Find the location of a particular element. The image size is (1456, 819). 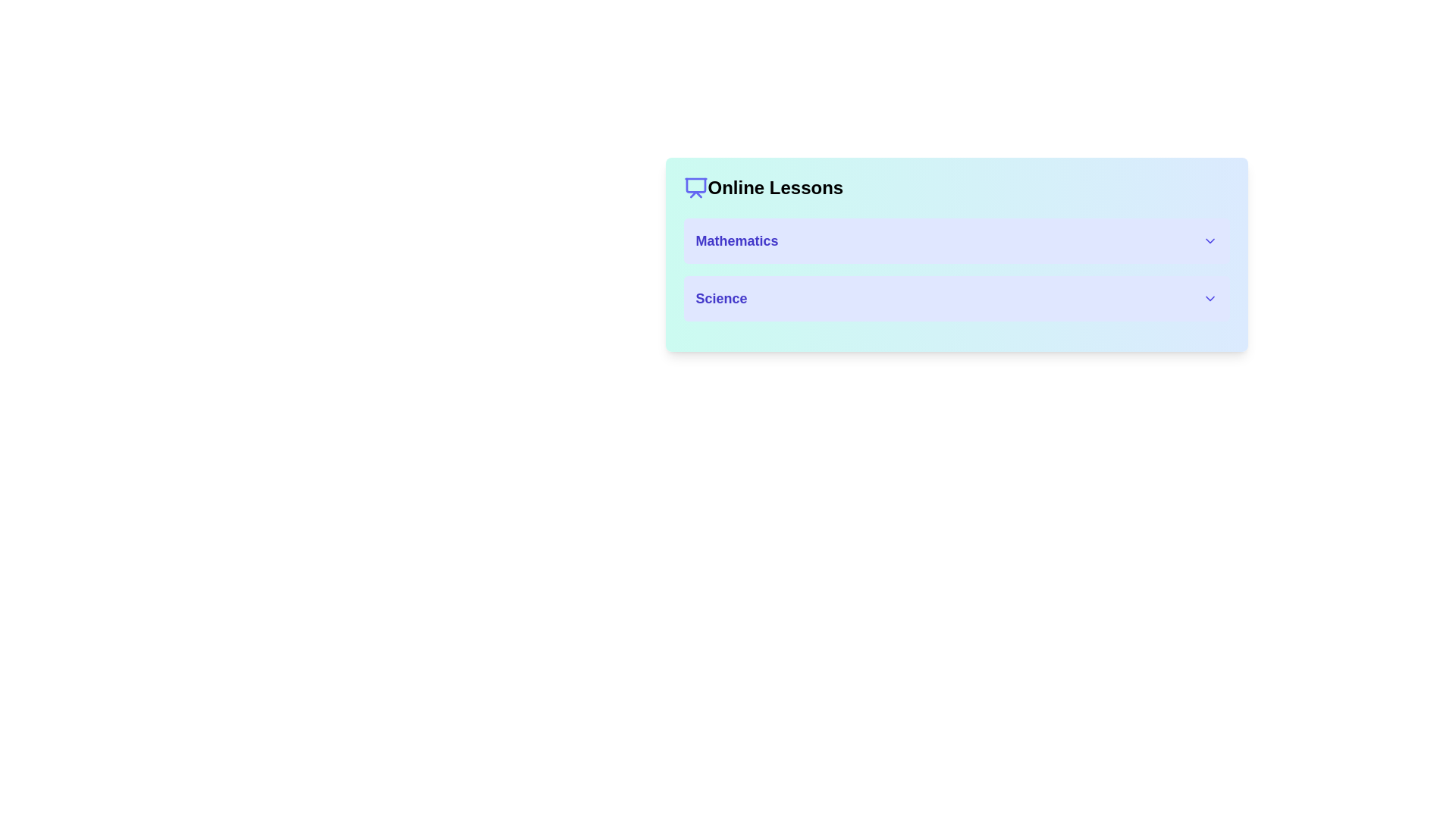

the downward-pointing chevron icon indicating a dropdown for the 'Mathematics' label, which is indigo colored and outlined, positioned to the far right of the label is located at coordinates (1209, 240).